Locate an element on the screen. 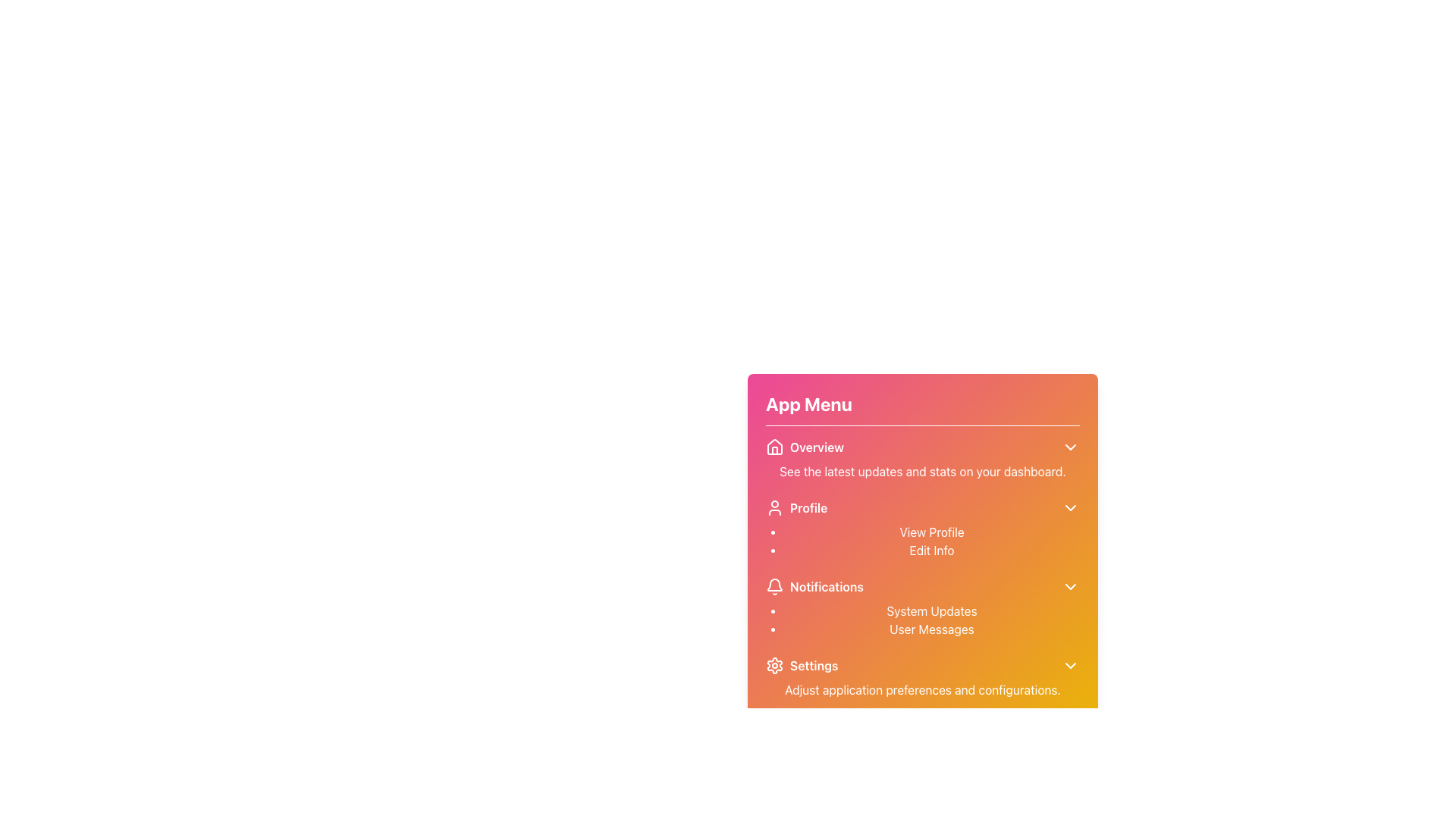 The width and height of the screenshot is (1456, 819). the 'Overview' navigation menu item located in the sidebar menu, directly below the header 'App Menu', for keyboard navigation is located at coordinates (804, 447).